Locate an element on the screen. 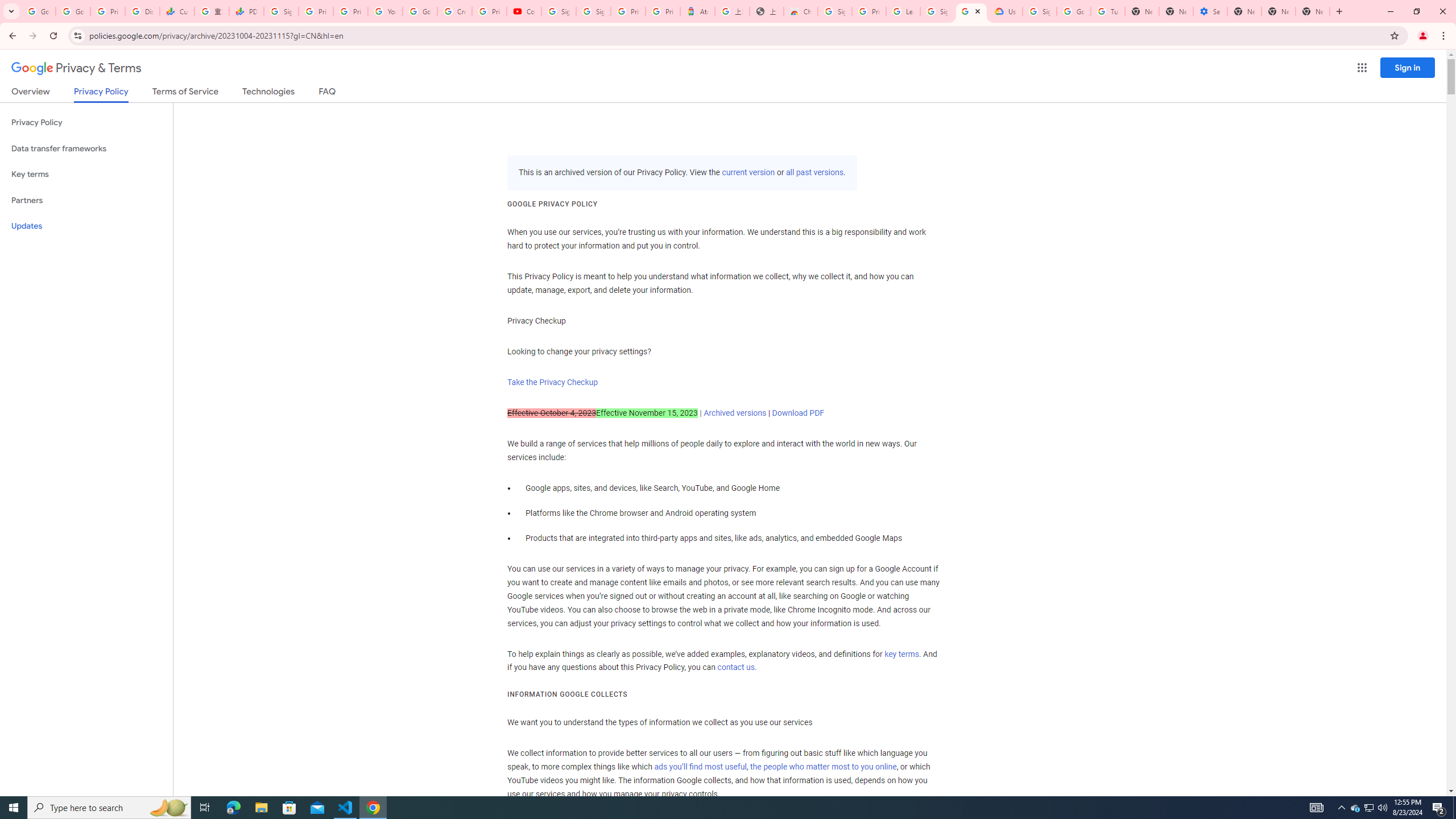 The image size is (1456, 819). 'contact us' is located at coordinates (735, 667).